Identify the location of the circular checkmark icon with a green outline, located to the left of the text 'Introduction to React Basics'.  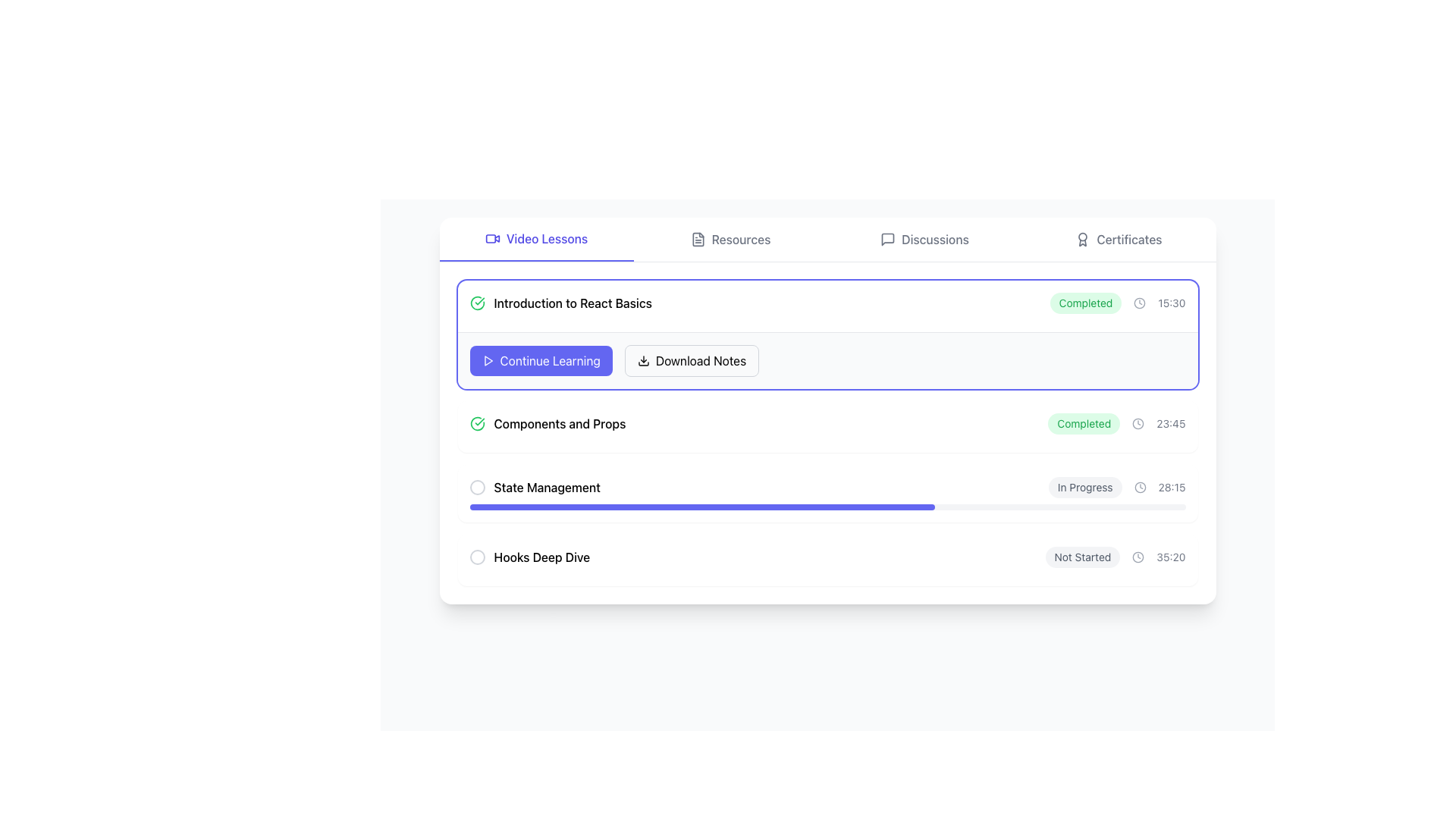
(476, 303).